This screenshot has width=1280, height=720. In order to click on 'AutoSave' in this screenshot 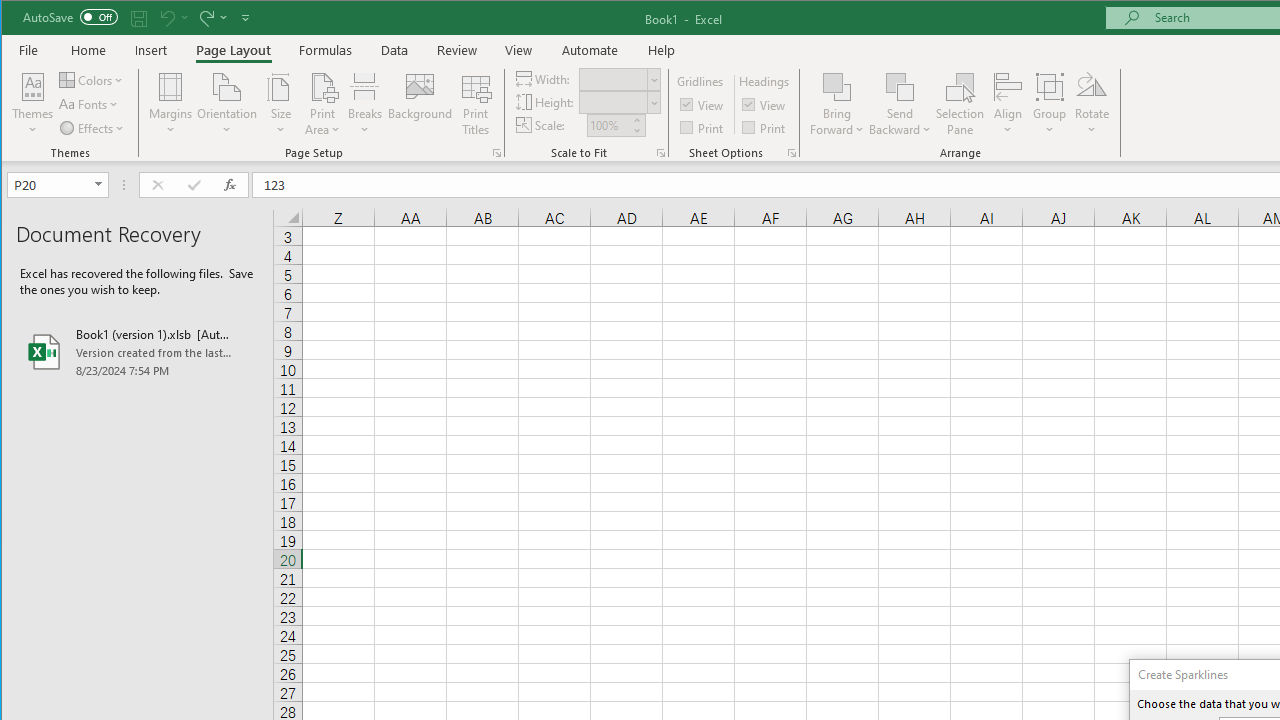, I will do `click(70, 17)`.